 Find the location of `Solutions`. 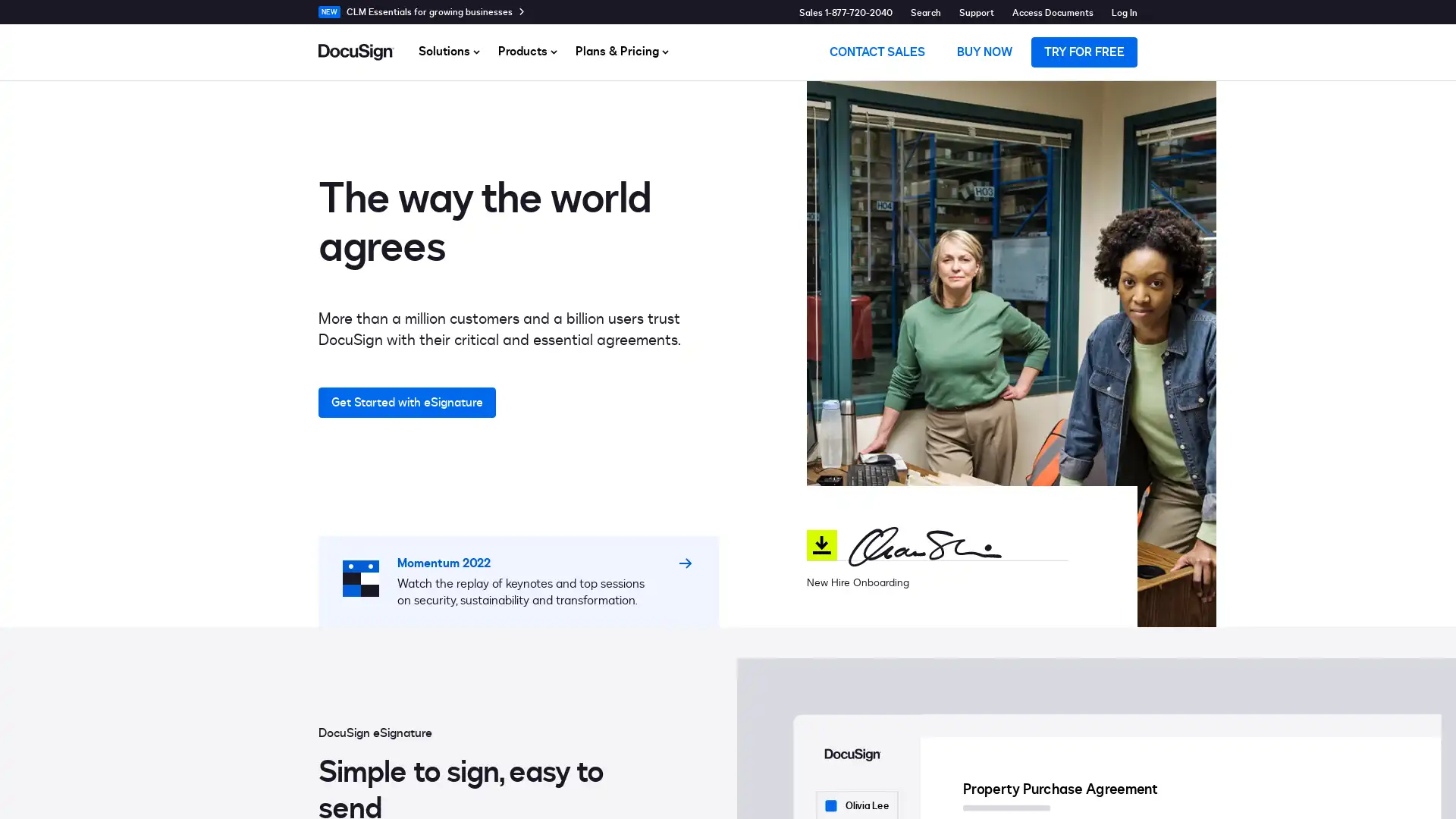

Solutions is located at coordinates (448, 52).